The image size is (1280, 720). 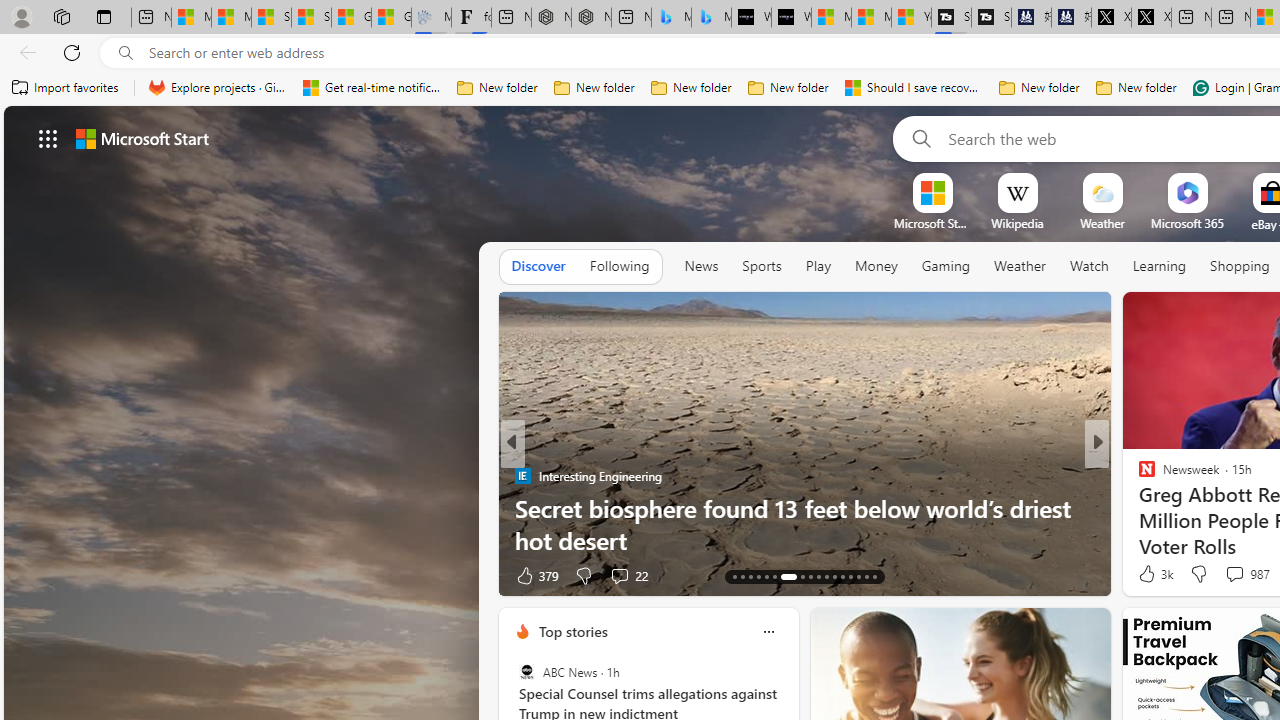 What do you see at coordinates (826, 577) in the screenshot?
I see `'AutomationID: tab-23'` at bounding box center [826, 577].